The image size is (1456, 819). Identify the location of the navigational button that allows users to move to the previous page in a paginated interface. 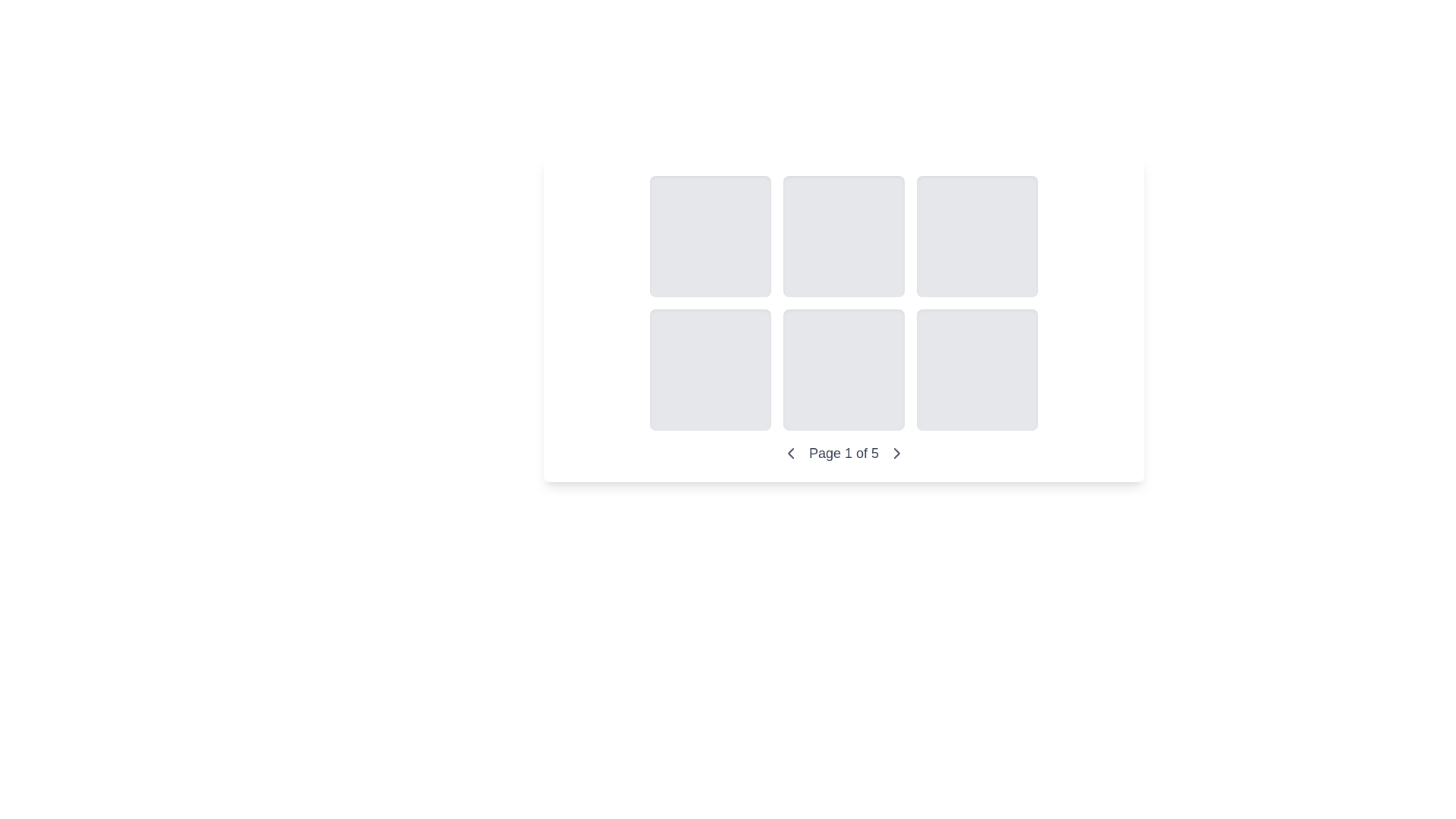
(789, 452).